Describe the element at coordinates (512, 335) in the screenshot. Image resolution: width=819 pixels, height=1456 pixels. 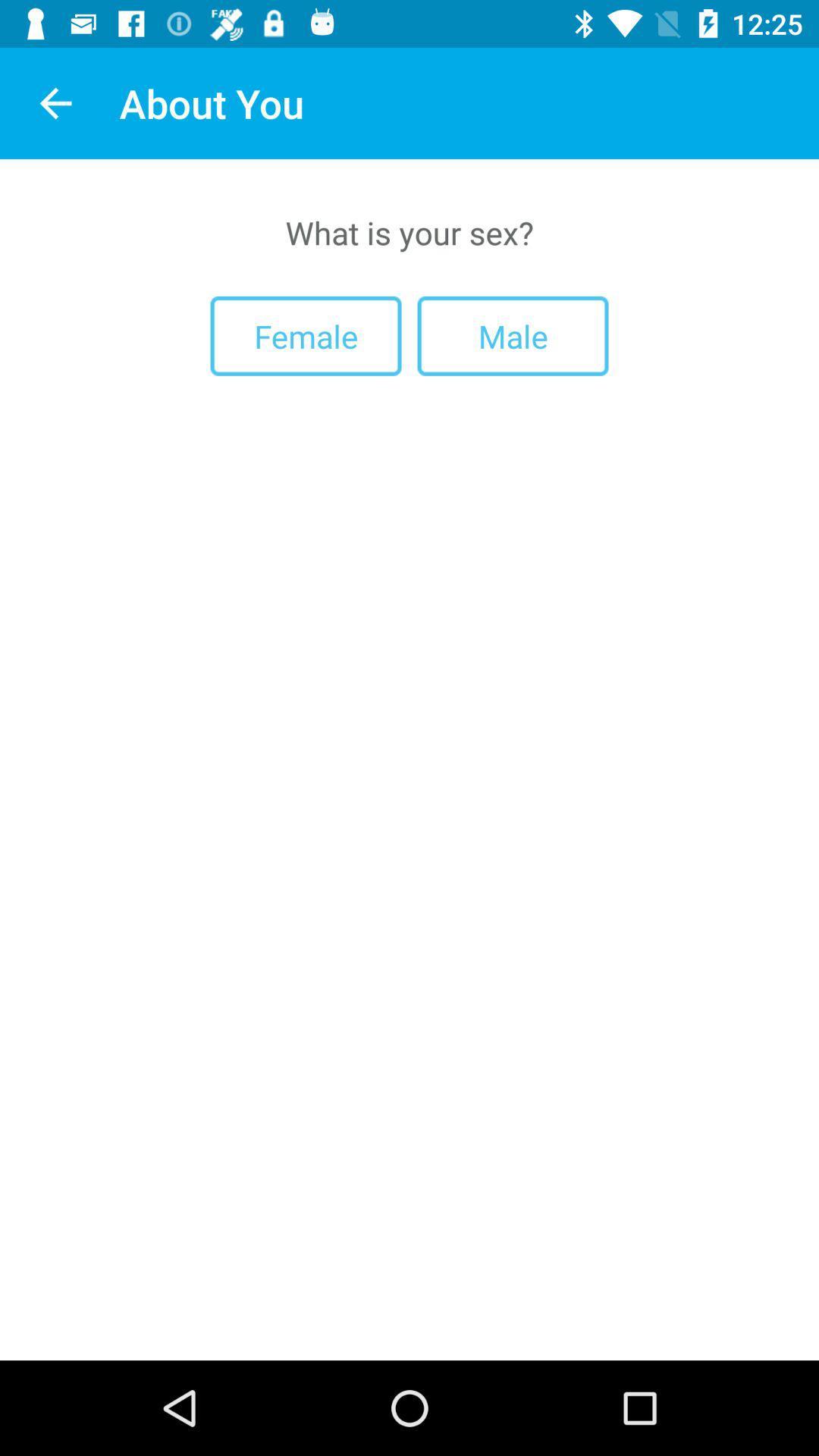
I see `item below the what is your` at that location.